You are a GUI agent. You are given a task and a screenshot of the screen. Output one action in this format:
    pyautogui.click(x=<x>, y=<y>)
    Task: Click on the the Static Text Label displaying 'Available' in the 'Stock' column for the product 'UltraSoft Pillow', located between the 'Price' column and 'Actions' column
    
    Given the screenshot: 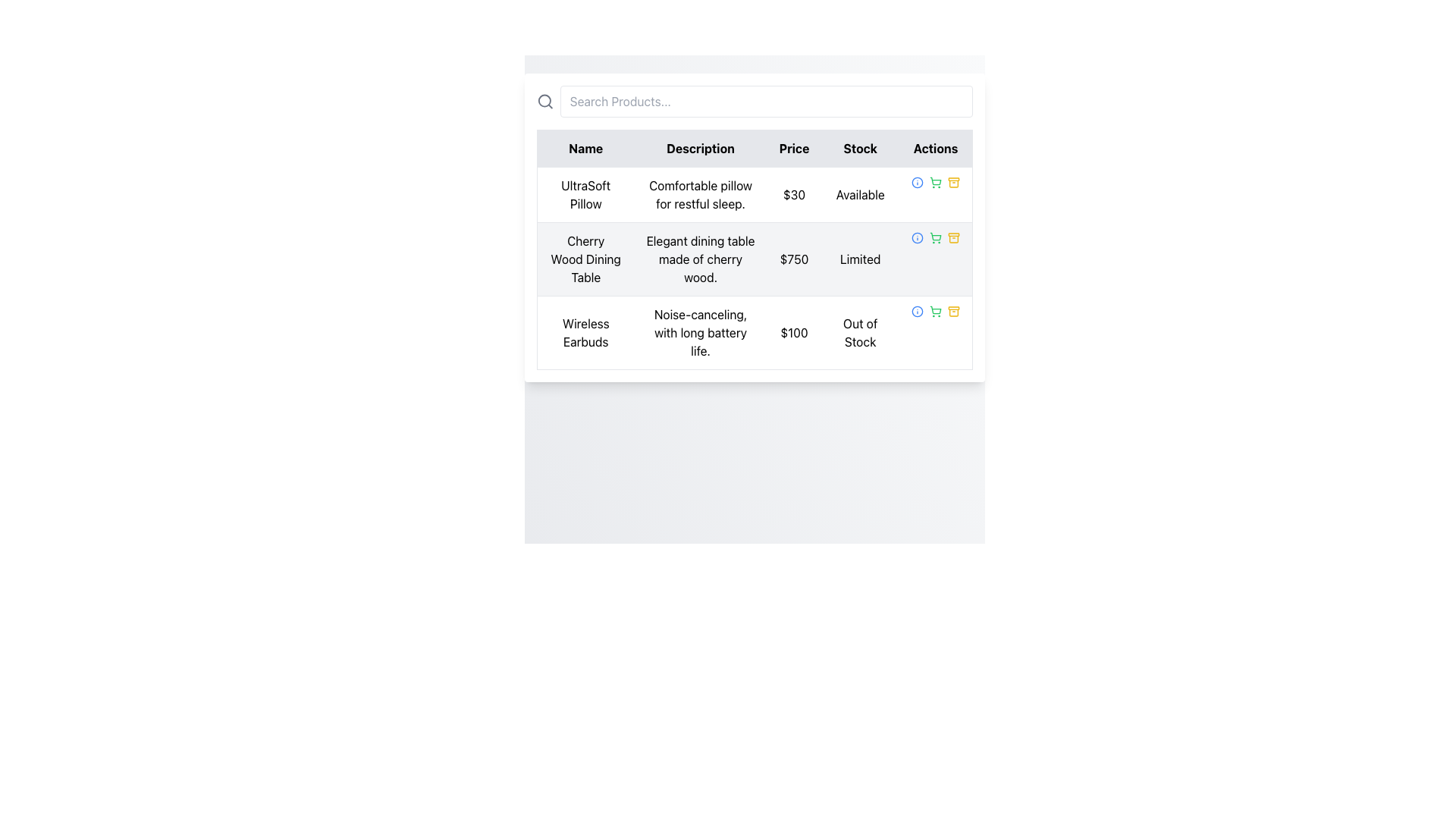 What is the action you would take?
    pyautogui.click(x=860, y=194)
    